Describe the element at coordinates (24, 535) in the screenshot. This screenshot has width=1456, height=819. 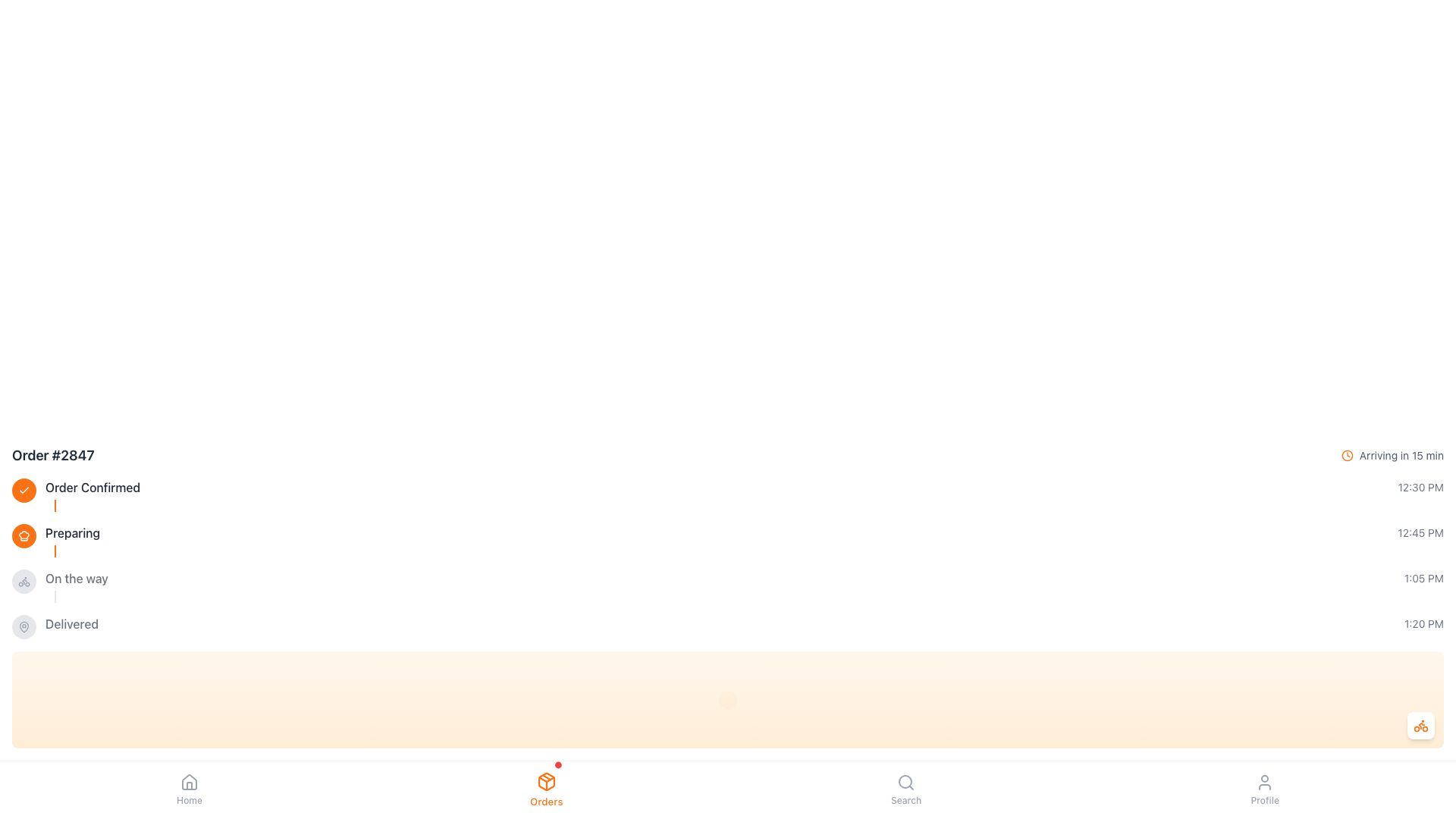
I see `the decorative vector graphic of the chef hat icon, which is the fourth clickable option in the bottom navigation bar` at that location.